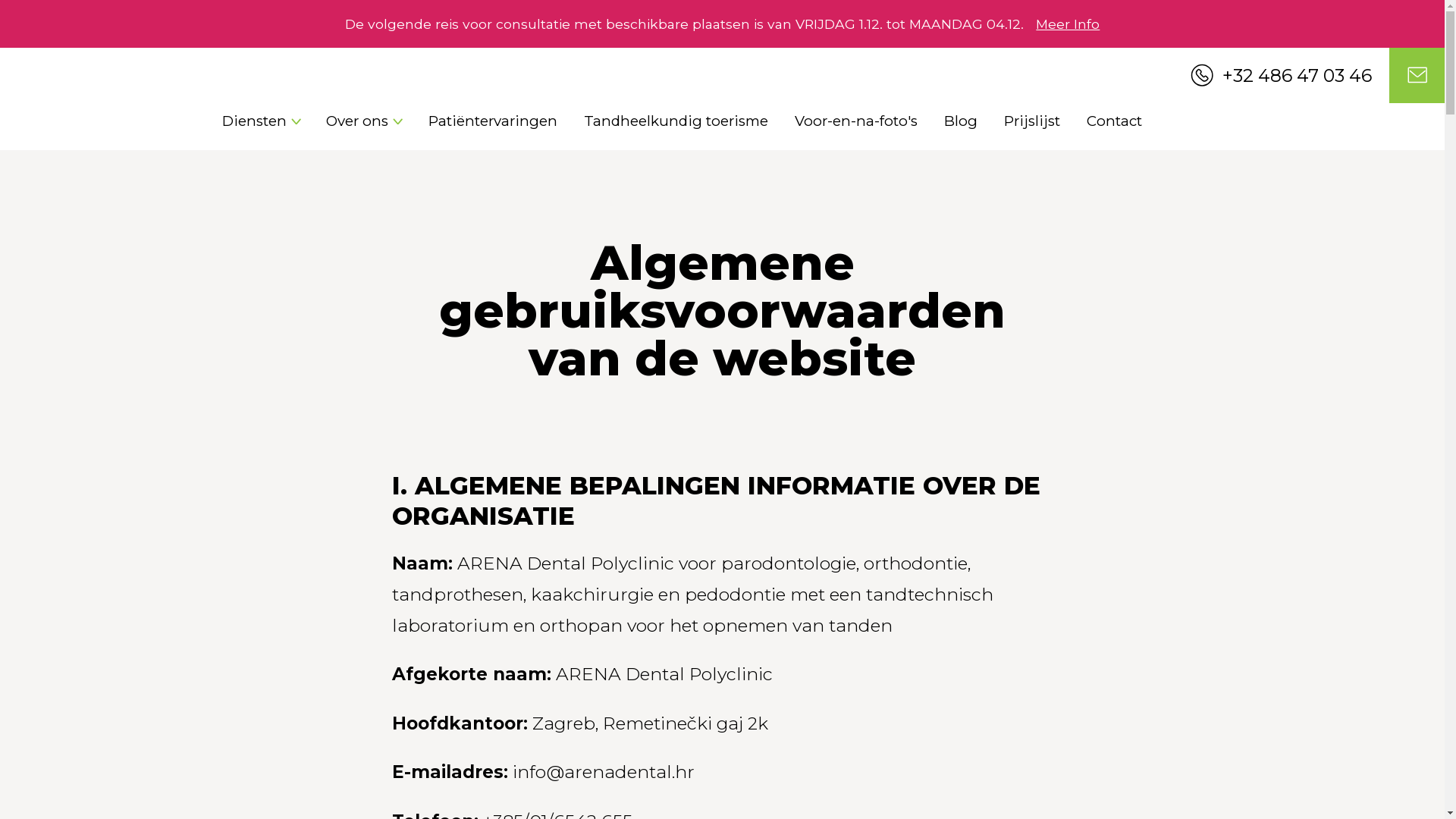 This screenshot has width=1456, height=819. What do you see at coordinates (1189, 75) in the screenshot?
I see `'+32 486 47 03 46'` at bounding box center [1189, 75].